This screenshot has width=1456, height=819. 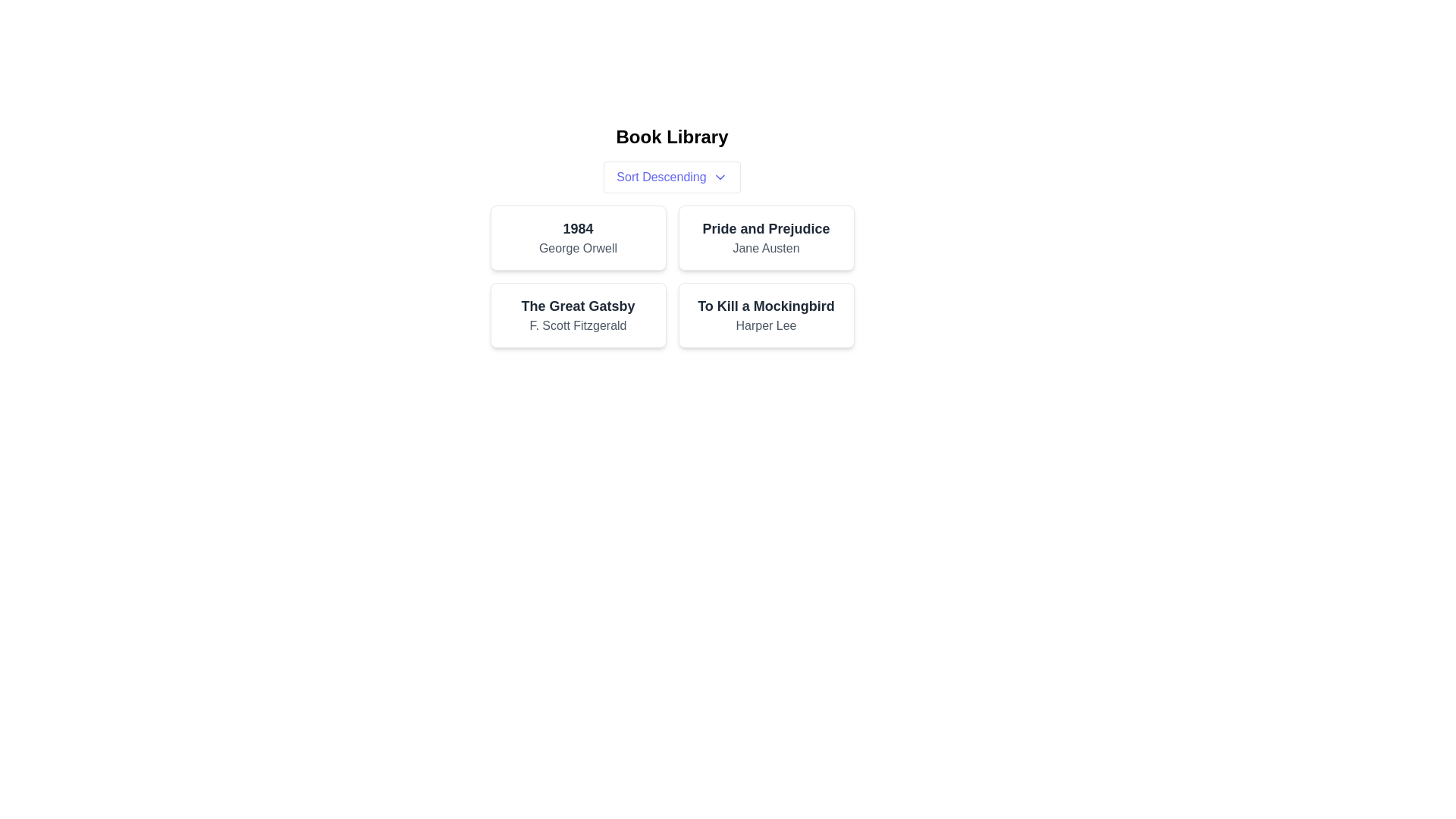 What do you see at coordinates (671, 177) in the screenshot?
I see `the button located beneath the title 'Book Library'` at bounding box center [671, 177].